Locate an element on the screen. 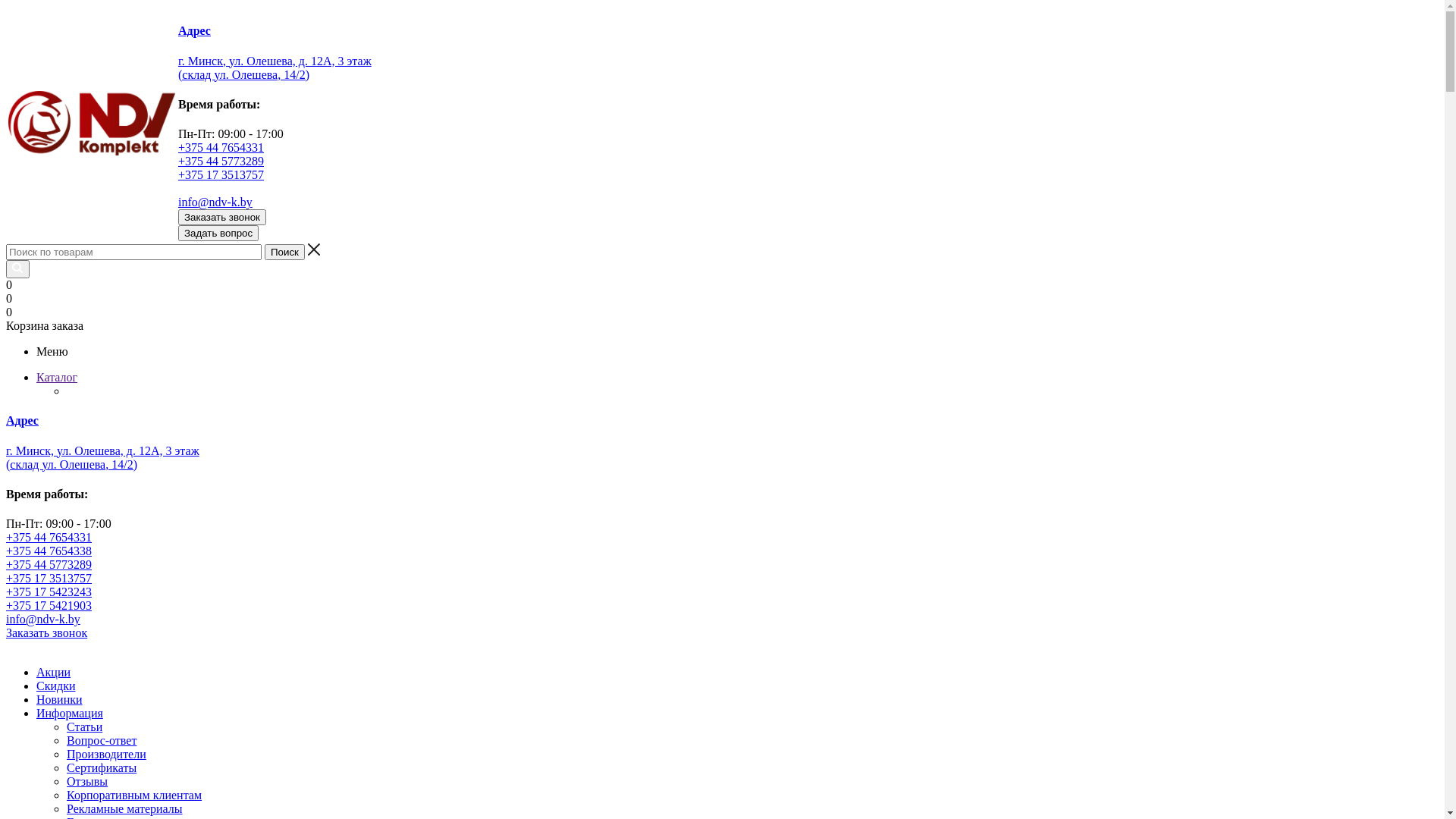 The height and width of the screenshot is (819, 1456). 'info@ndv-k.by' is located at coordinates (178, 201).